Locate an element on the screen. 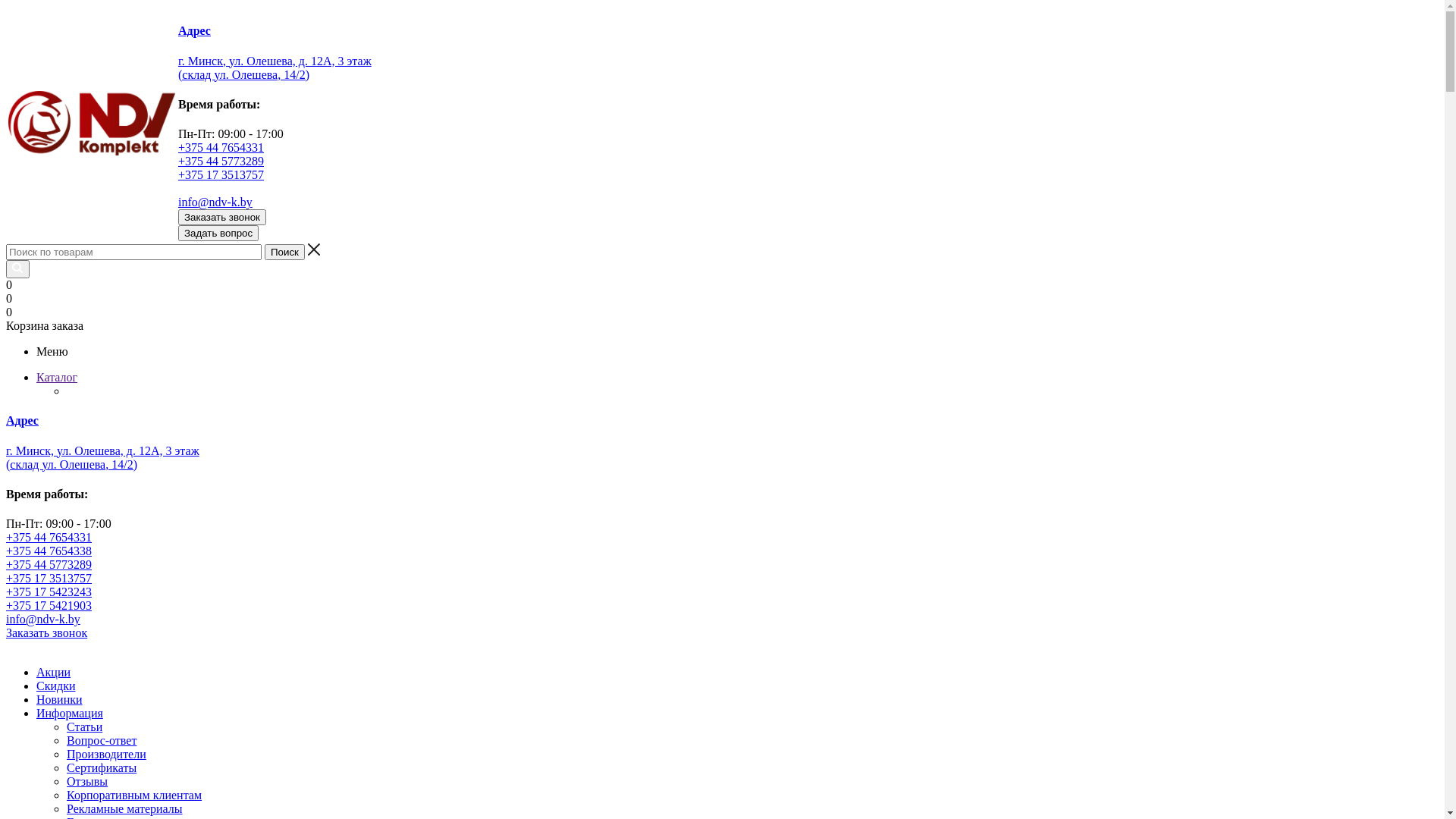 The height and width of the screenshot is (819, 1456). 'info@ndv-k.by' is located at coordinates (178, 201).